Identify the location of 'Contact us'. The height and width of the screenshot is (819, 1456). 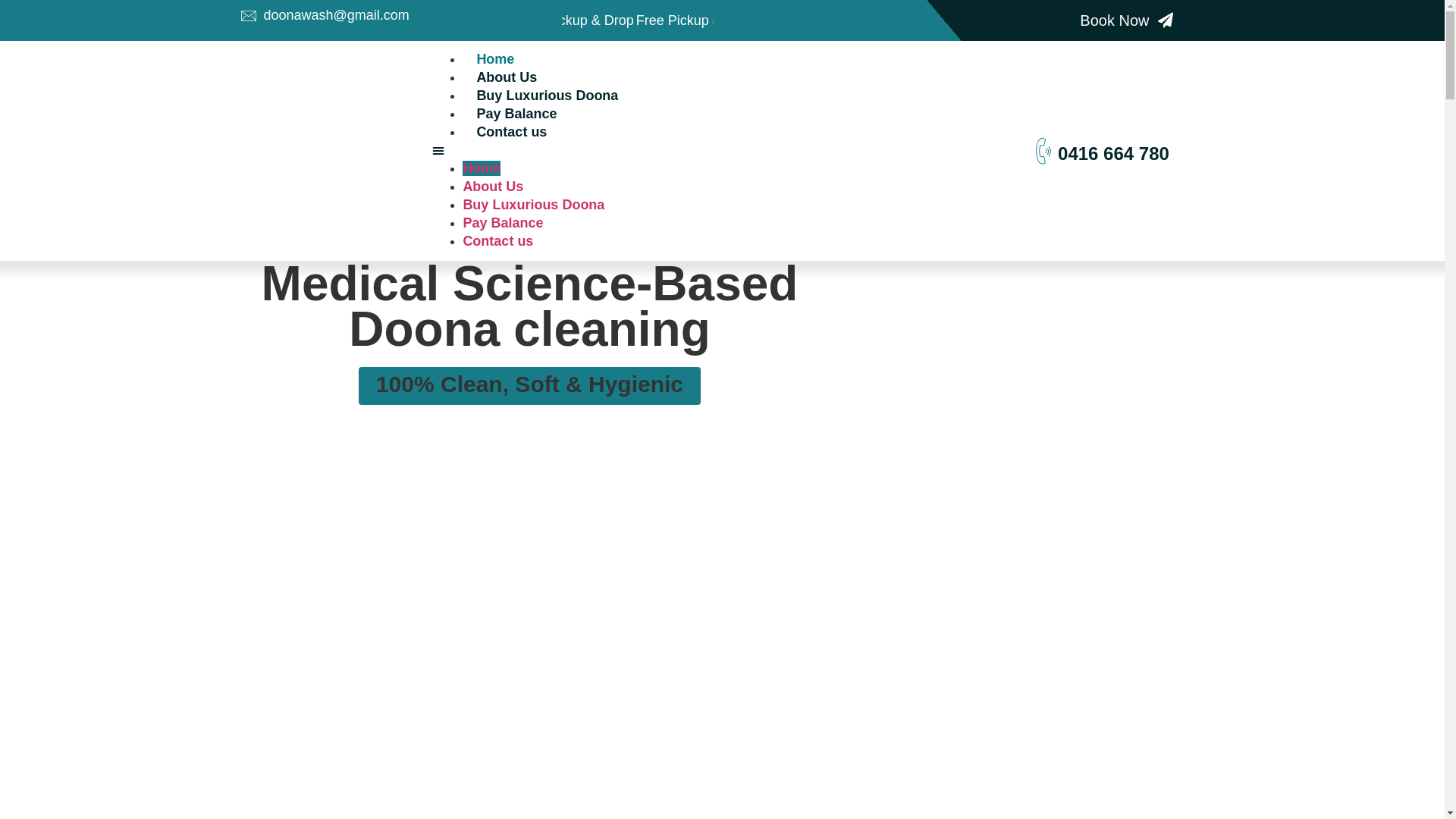
(511, 130).